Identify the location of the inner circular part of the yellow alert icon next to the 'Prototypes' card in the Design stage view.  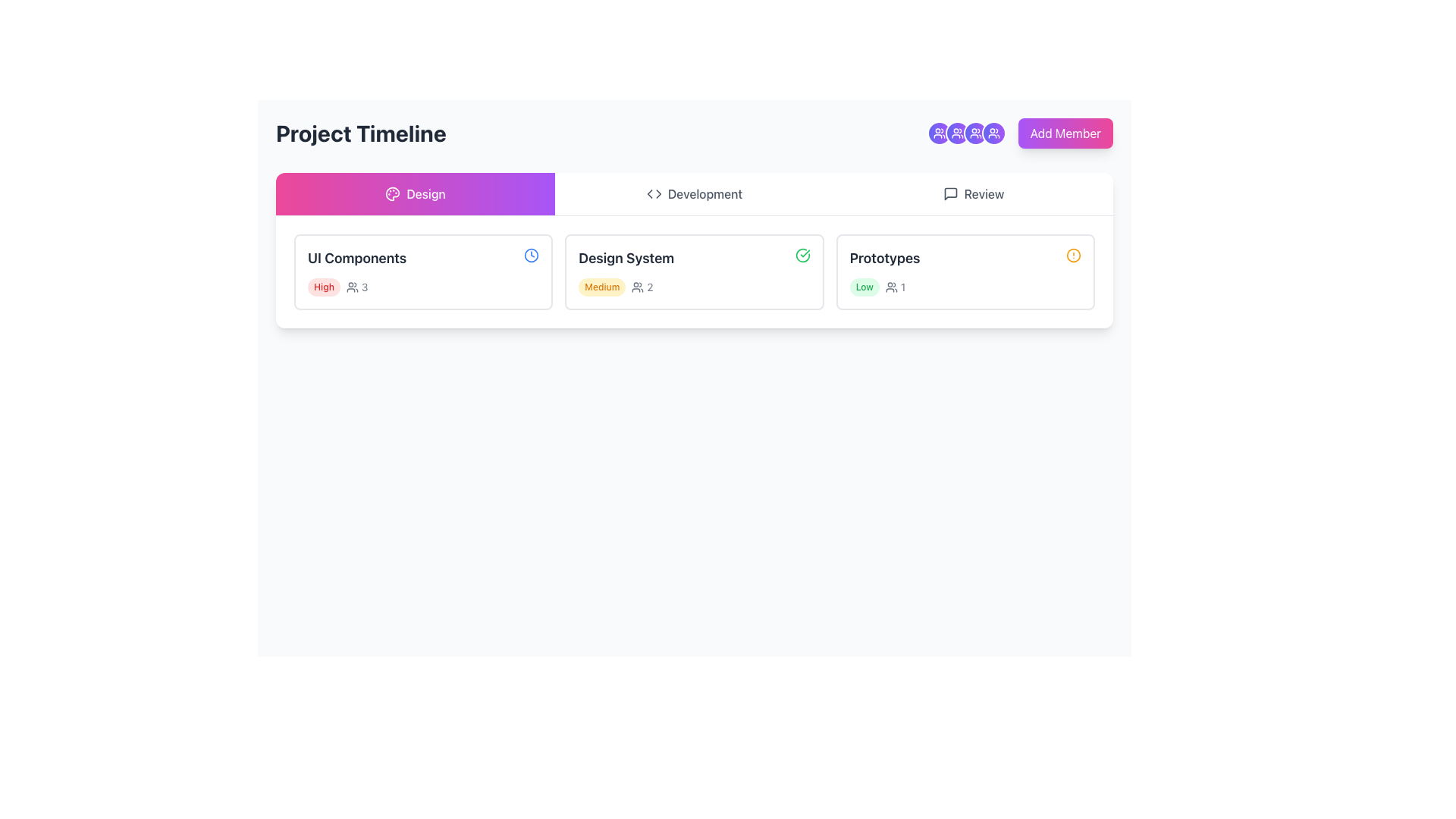
(1073, 254).